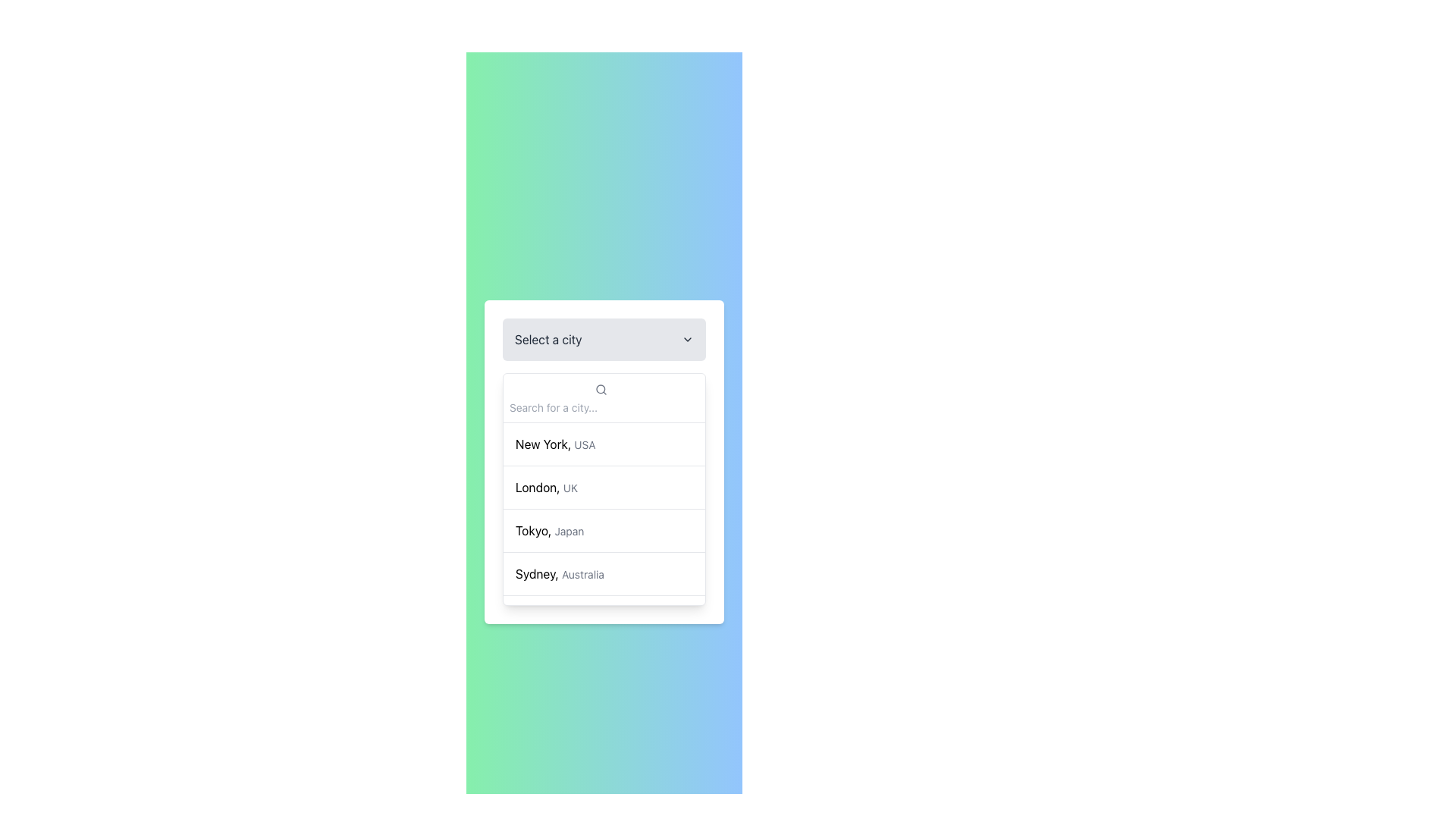 This screenshot has height=819, width=1456. What do you see at coordinates (603, 444) in the screenshot?
I see `the first list item in the dropdown menu` at bounding box center [603, 444].